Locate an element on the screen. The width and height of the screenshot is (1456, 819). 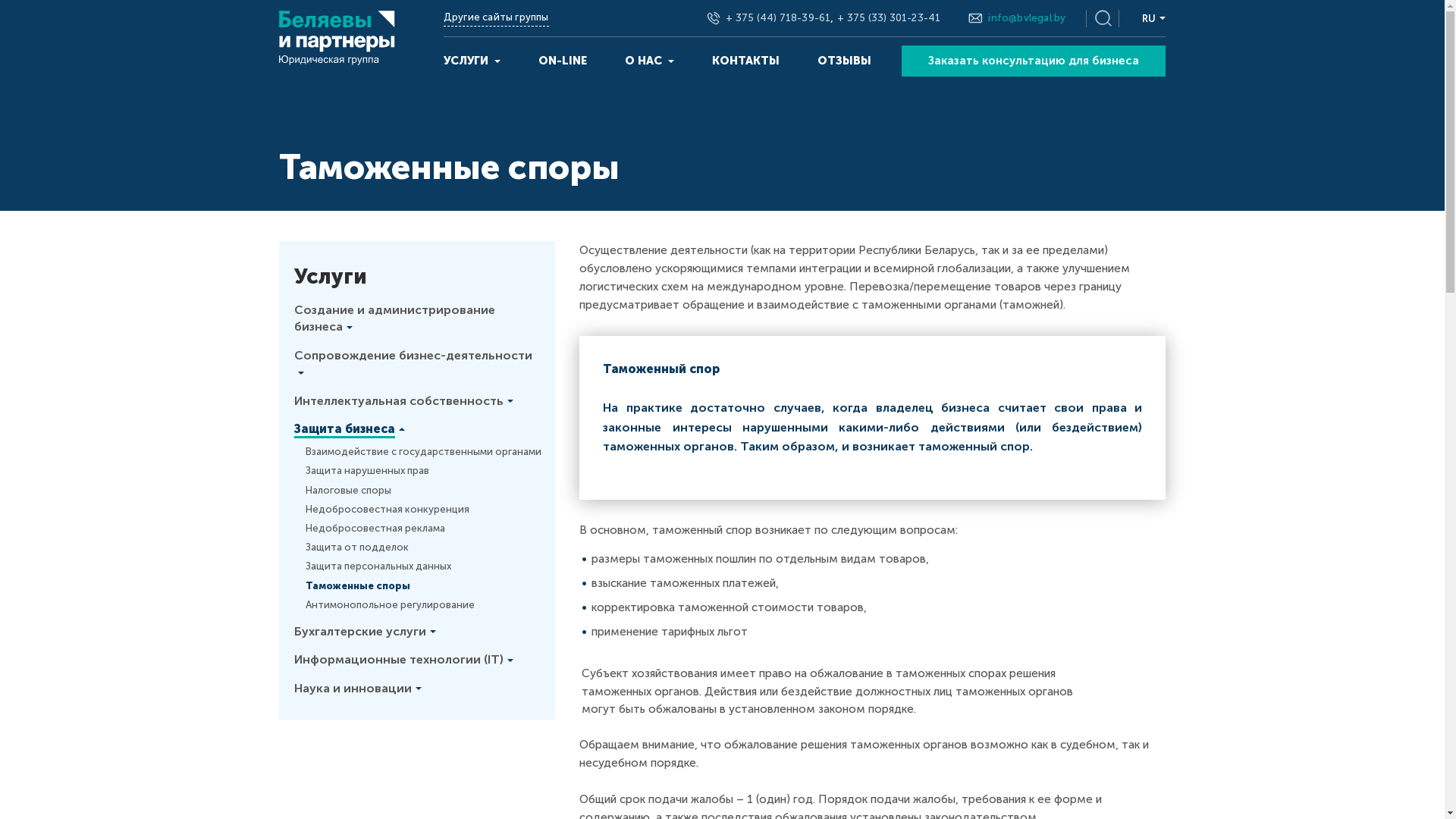
'RU' is located at coordinates (1153, 17).